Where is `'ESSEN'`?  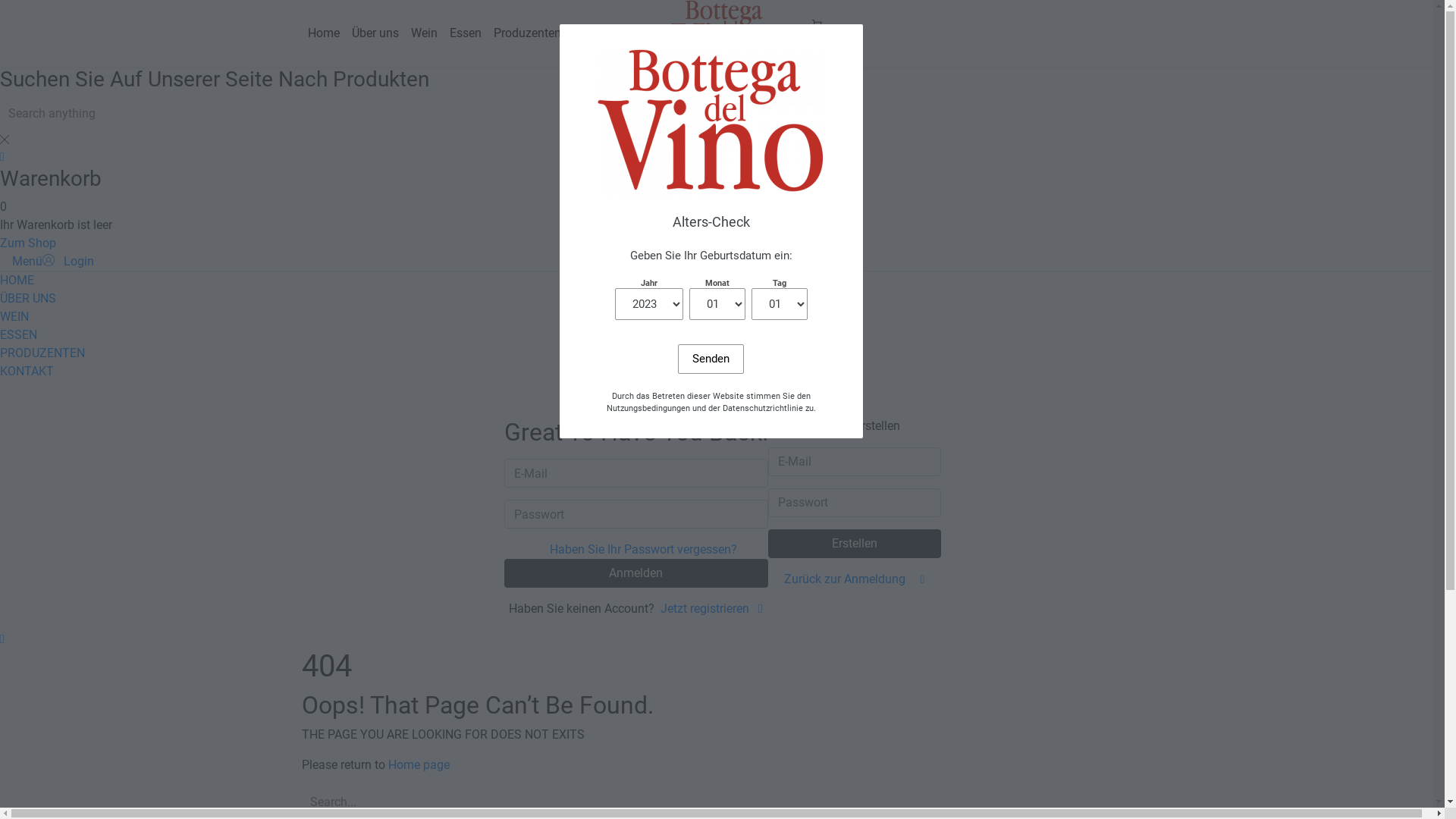 'ESSEN' is located at coordinates (18, 334).